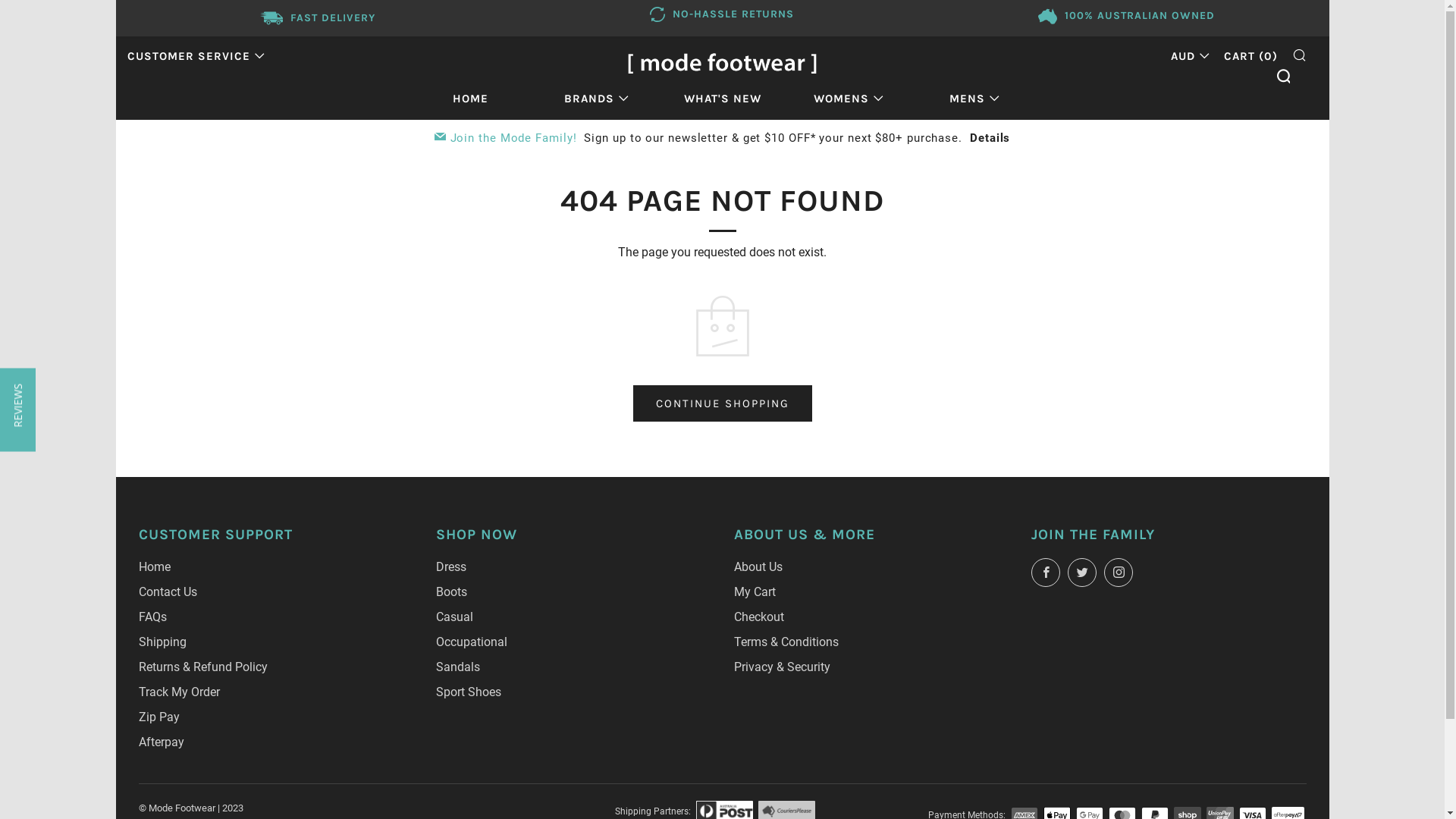 This screenshot has height=819, width=1456. What do you see at coordinates (755, 591) in the screenshot?
I see `'My Cart'` at bounding box center [755, 591].